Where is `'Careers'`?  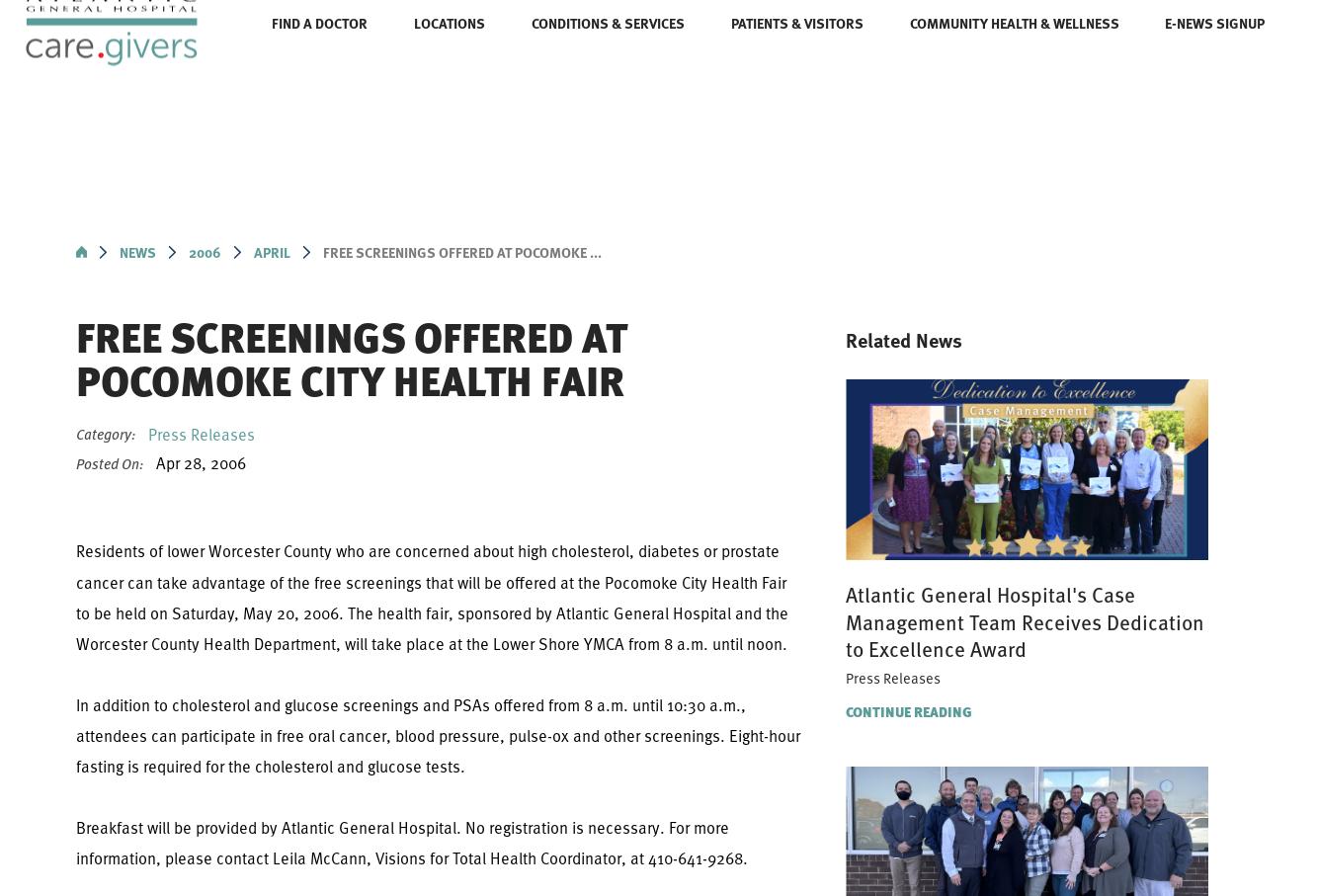 'Careers' is located at coordinates (408, 49).